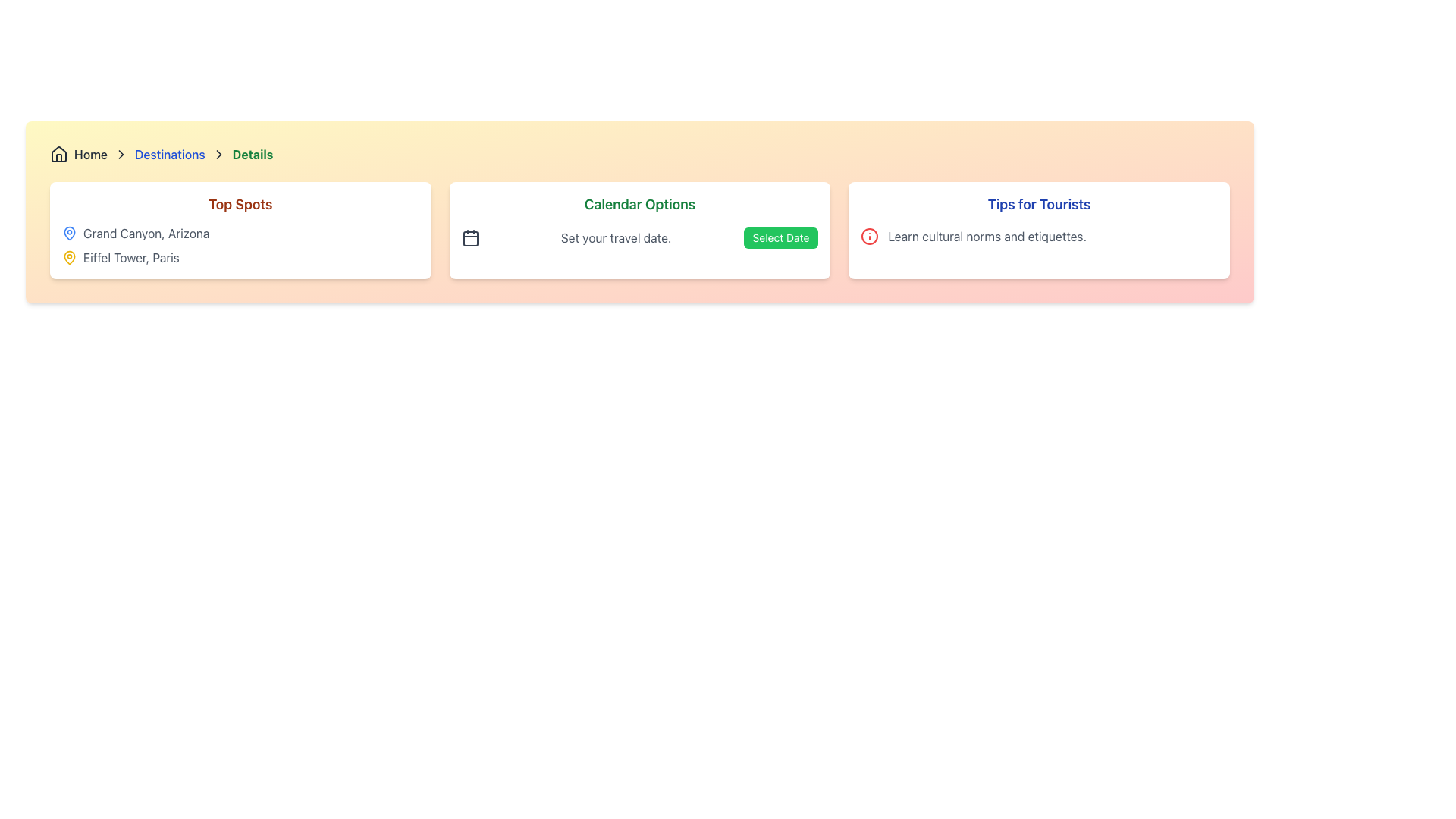 Image resolution: width=1456 pixels, height=819 pixels. Describe the element at coordinates (68, 234) in the screenshot. I see `the blue map pin icon located adjacent to the text 'Grand Canyon, Arizona' in the 'Top Spots' list` at that location.